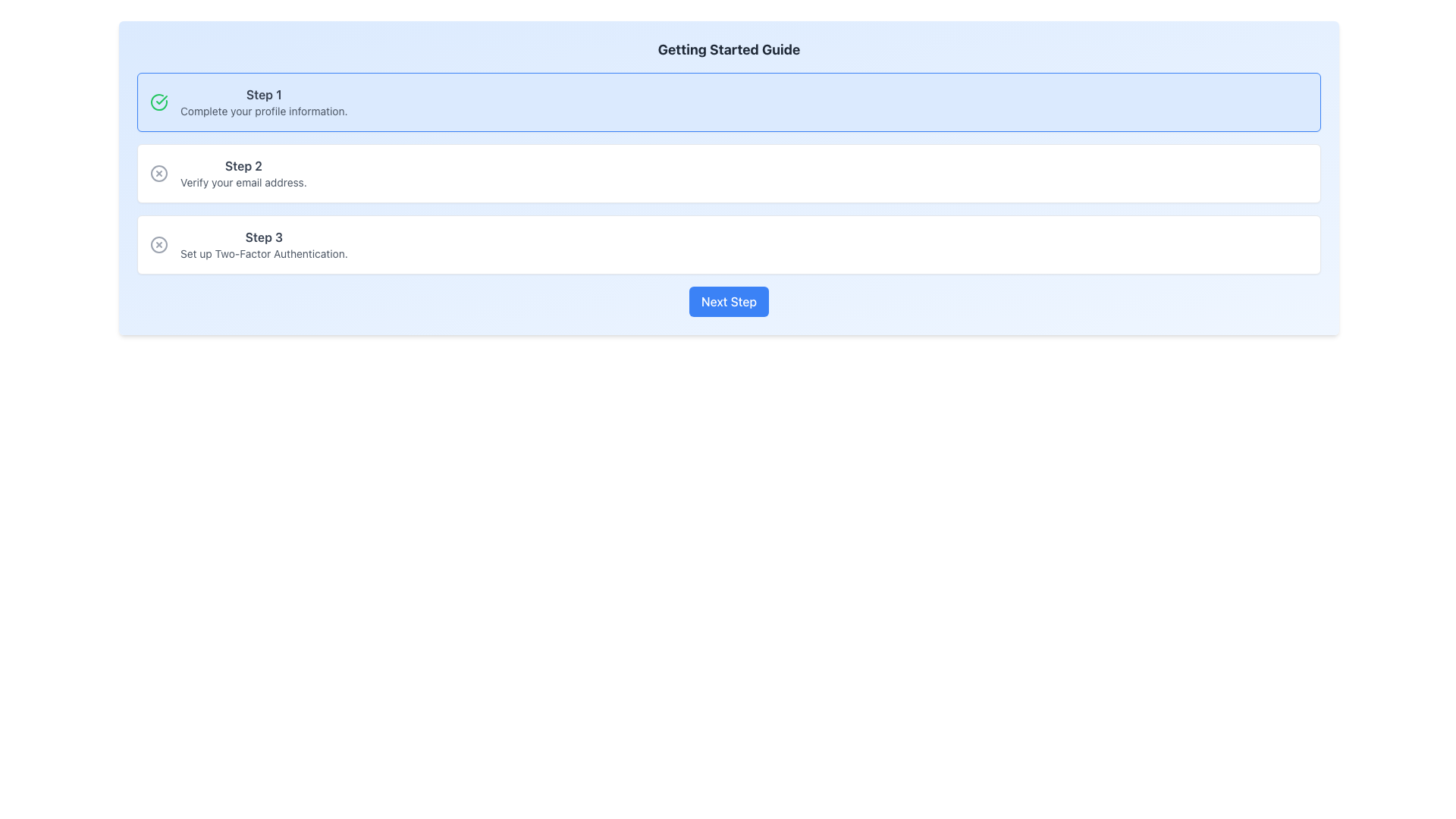 The height and width of the screenshot is (819, 1456). I want to click on the Informational text element titled 'Step 1' with the subtitle 'Complete your profile information.' which is located at the top of the vertical list of steps, so click(264, 102).